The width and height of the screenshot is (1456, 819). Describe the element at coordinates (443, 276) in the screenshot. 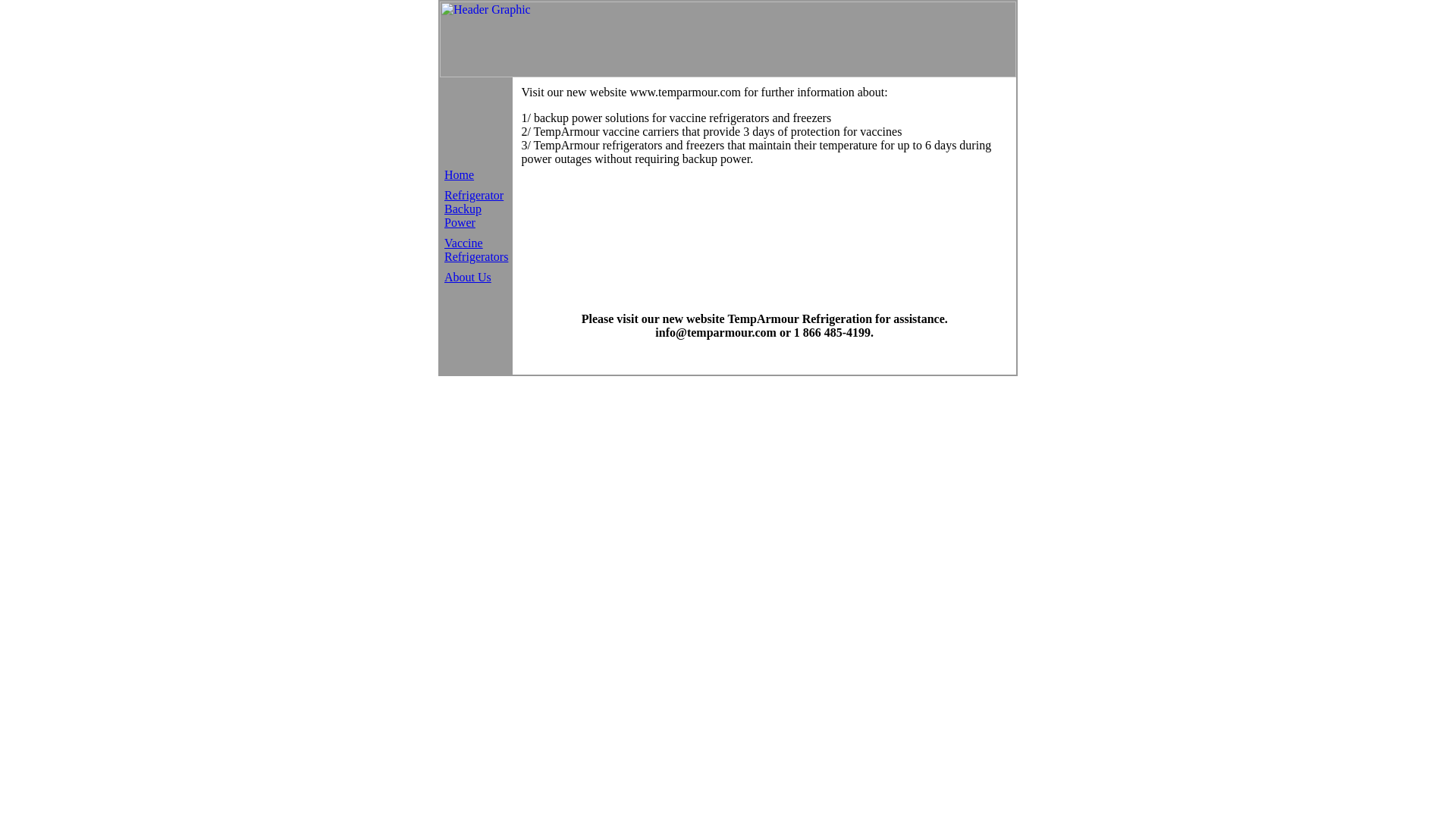

I see `'About Us'` at that location.